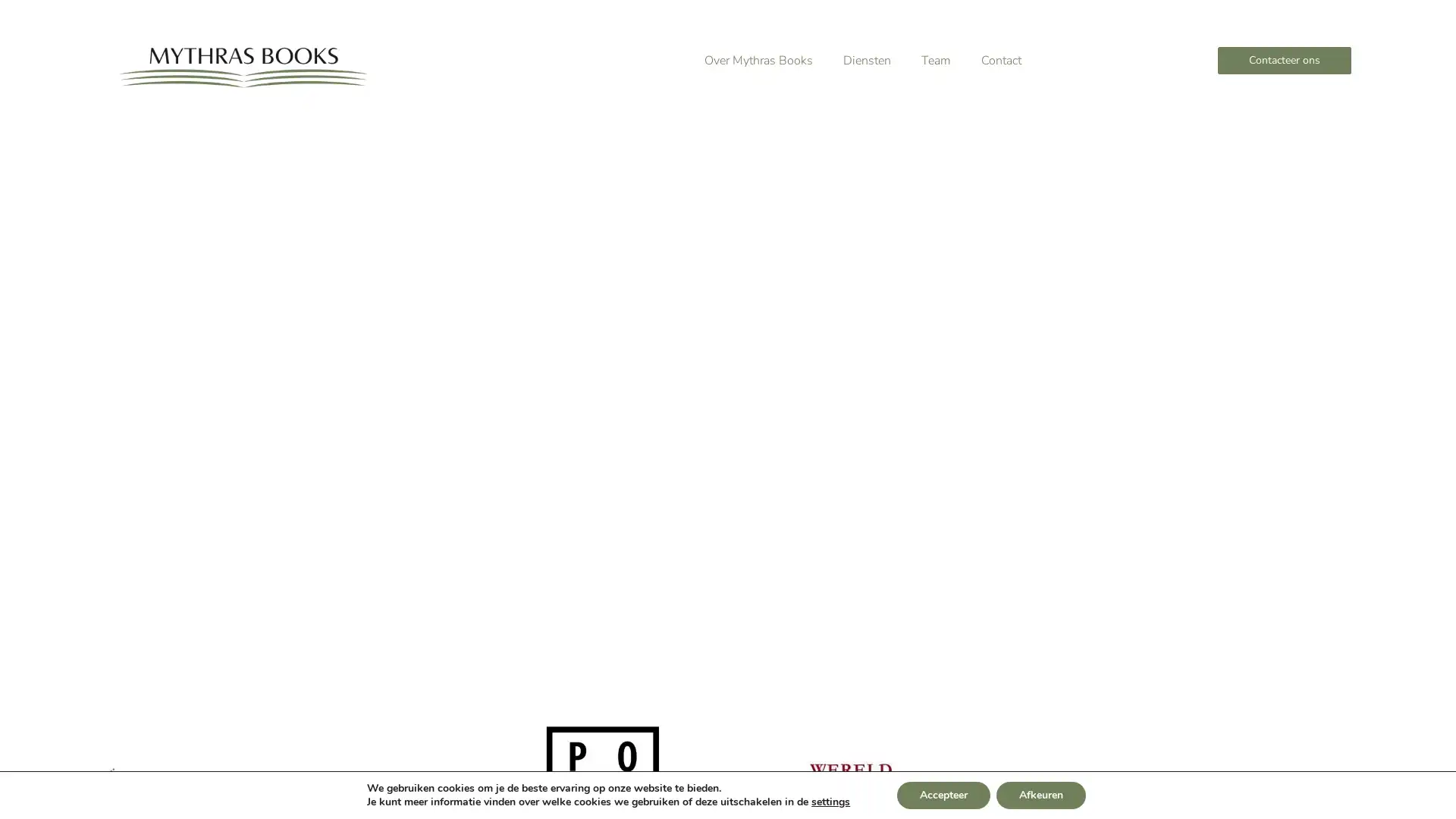  Describe the element at coordinates (1283, 60) in the screenshot. I see `Contacteer ons` at that location.